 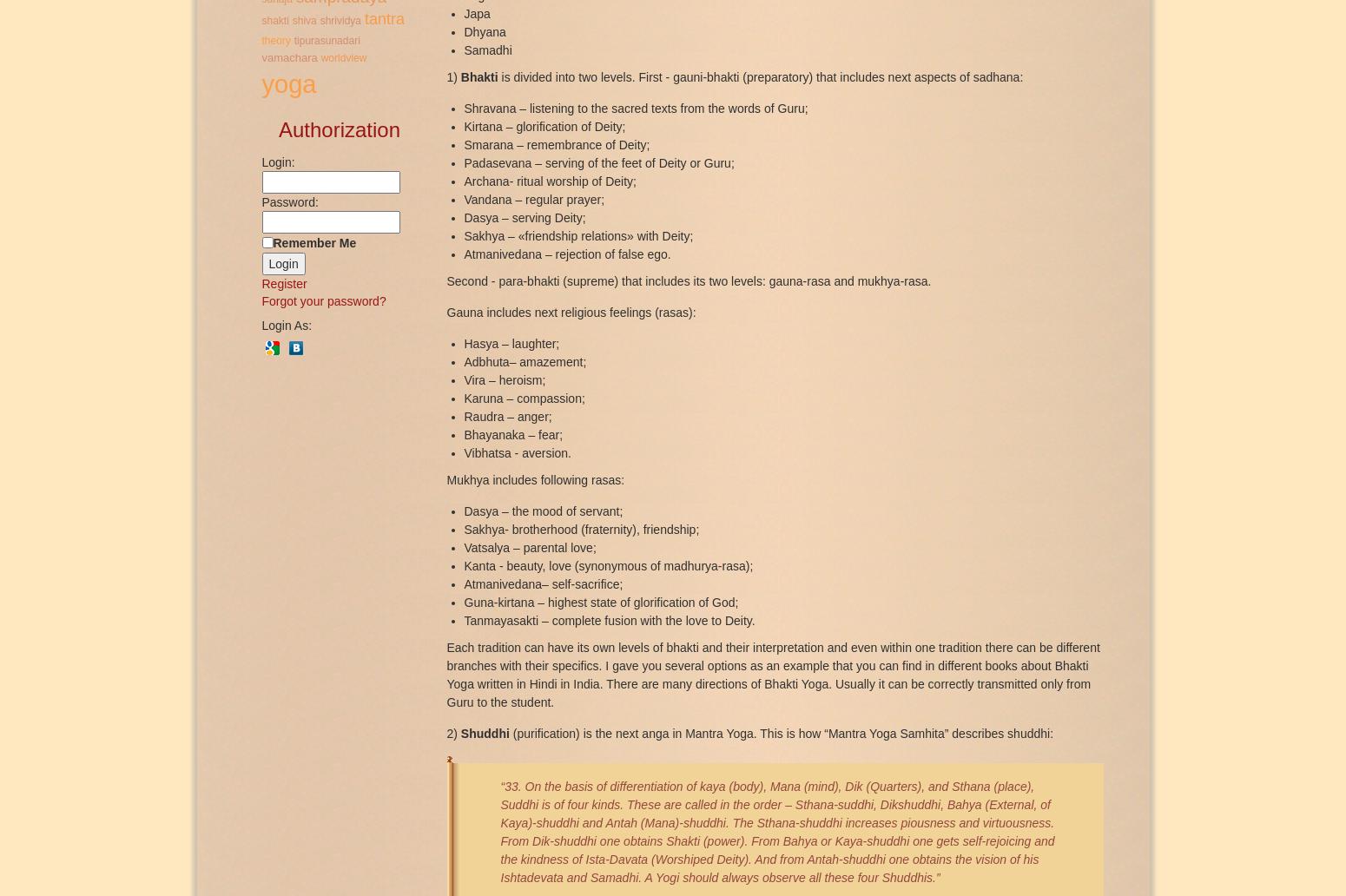 What do you see at coordinates (687, 280) in the screenshot?
I see `'Second - para-bhakti (supreme) that includes its two levels: gauna-rasa and mukhya-rasa.'` at bounding box center [687, 280].